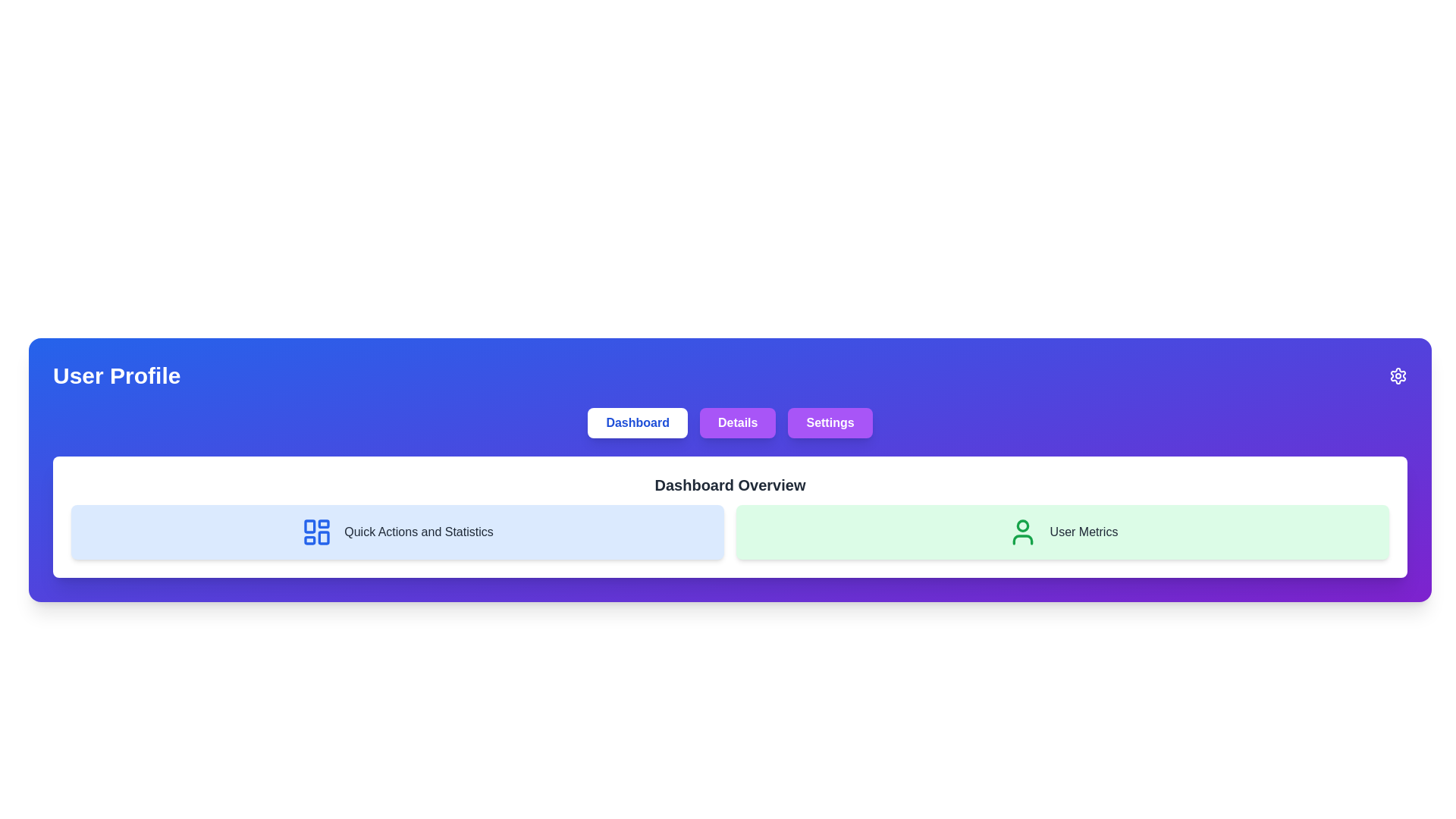 The width and height of the screenshot is (1456, 819). I want to click on the dashboard layout icon, which consists of four squares in a grid pattern and is located to the left of the 'Quick Actions and Statistics' text, so click(316, 532).